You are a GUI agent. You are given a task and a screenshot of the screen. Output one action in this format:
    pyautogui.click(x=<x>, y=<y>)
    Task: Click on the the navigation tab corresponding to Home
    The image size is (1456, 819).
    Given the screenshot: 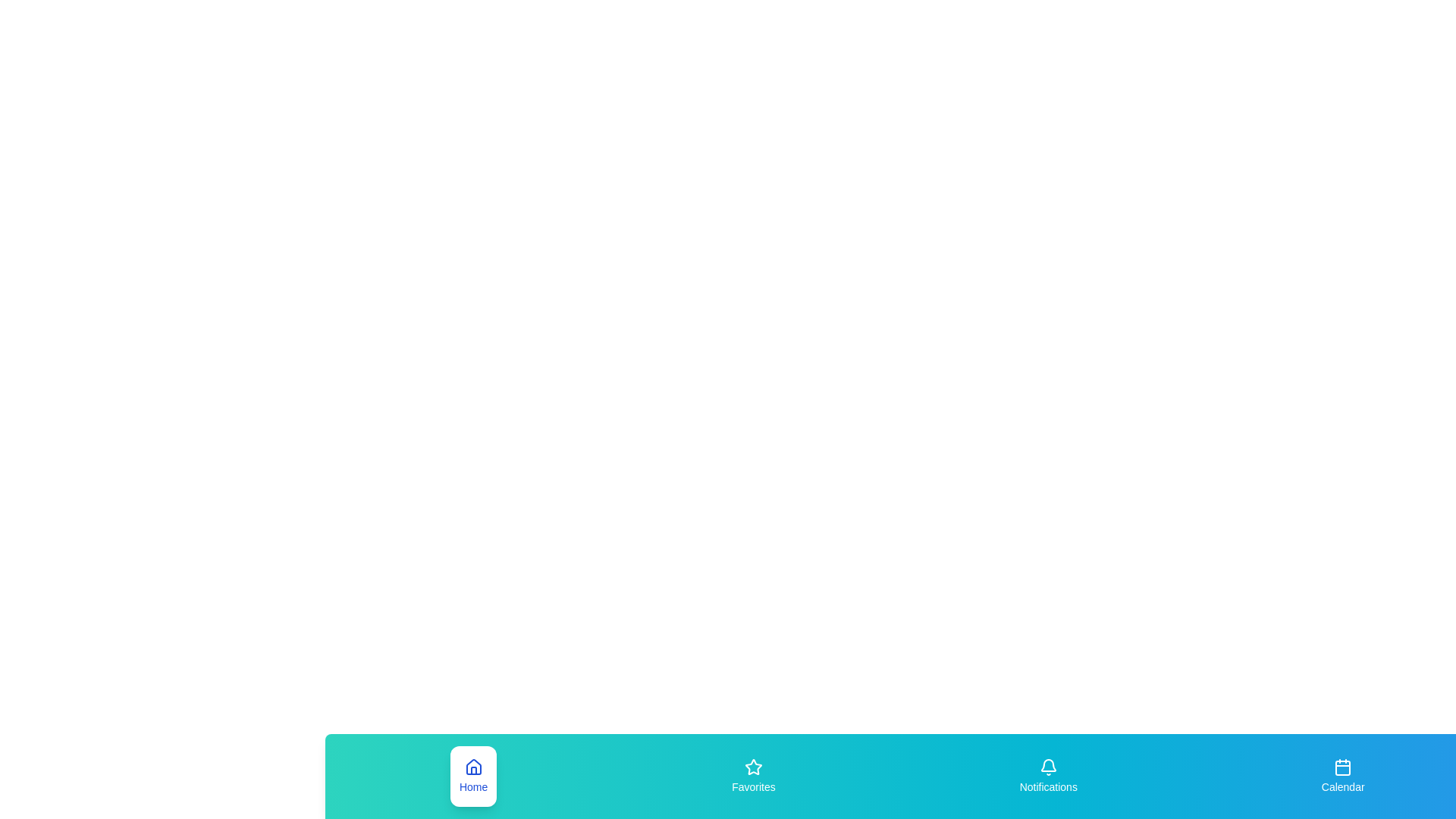 What is the action you would take?
    pyautogui.click(x=472, y=776)
    